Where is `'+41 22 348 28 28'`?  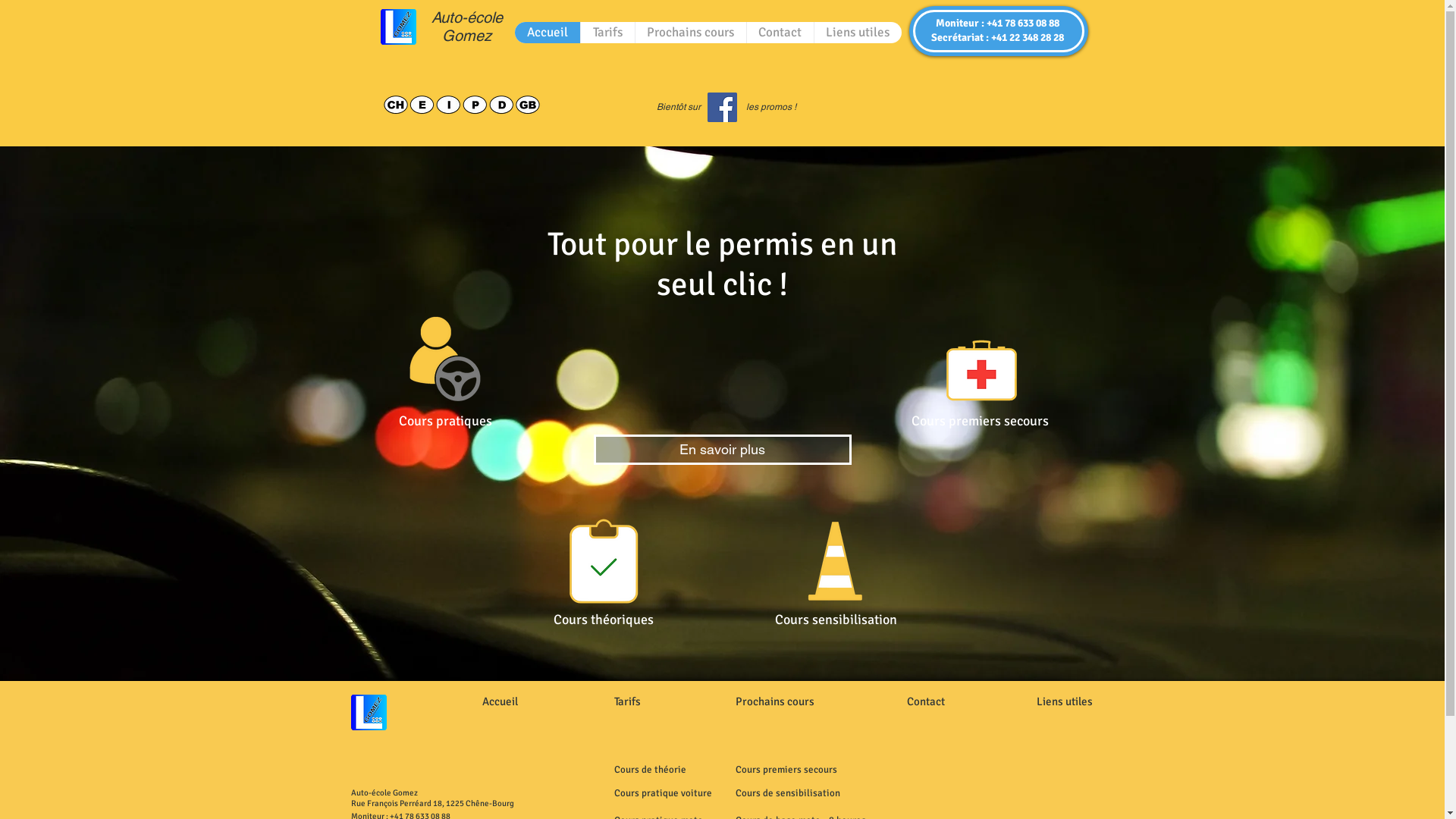 '+41 22 348 28 28' is located at coordinates (990, 36).